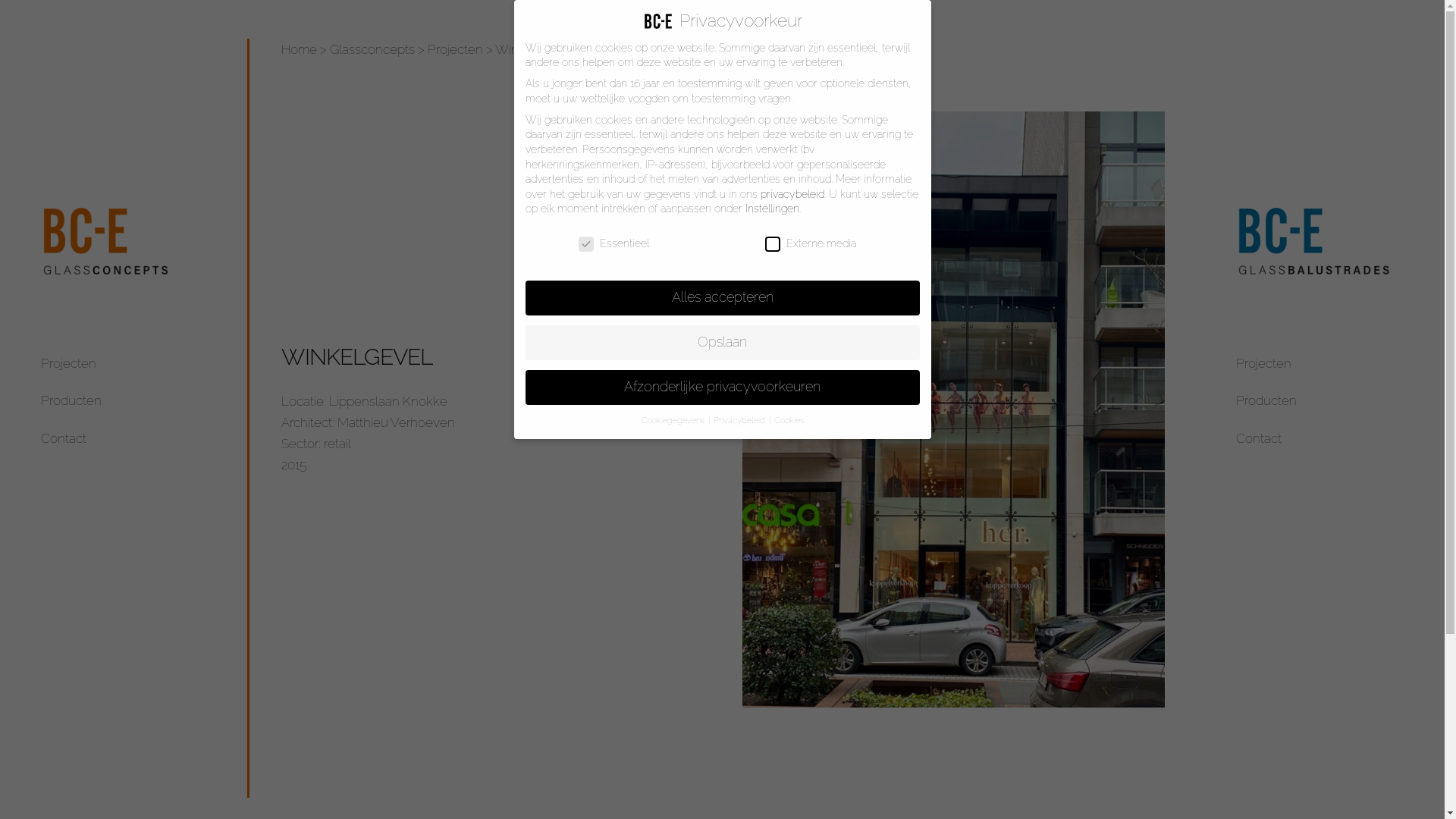  Describe the element at coordinates (71, 400) in the screenshot. I see `'Producten'` at that location.